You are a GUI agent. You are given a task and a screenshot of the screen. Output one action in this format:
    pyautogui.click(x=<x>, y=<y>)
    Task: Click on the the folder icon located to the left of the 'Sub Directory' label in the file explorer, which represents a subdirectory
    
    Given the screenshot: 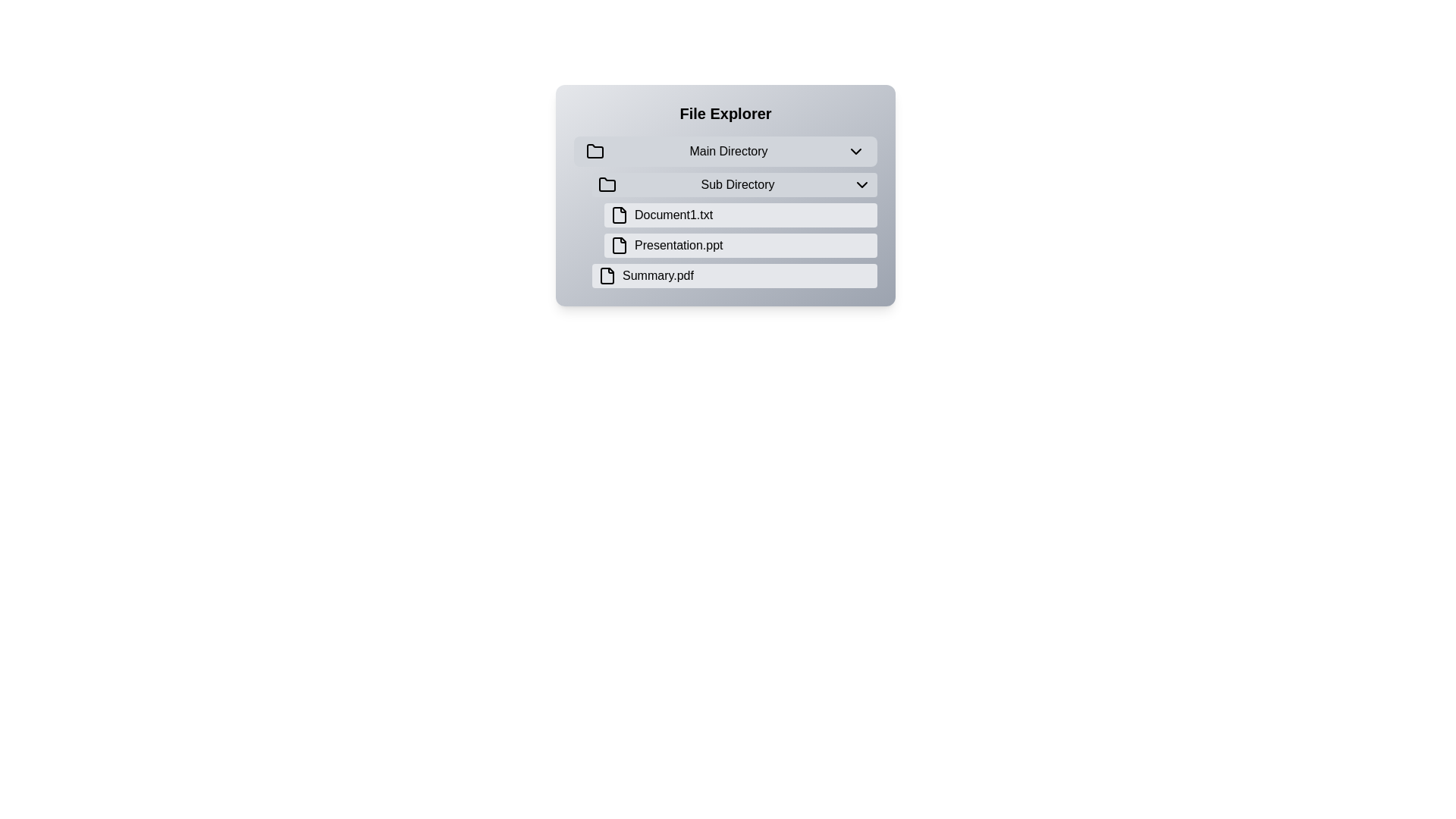 What is the action you would take?
    pyautogui.click(x=607, y=184)
    